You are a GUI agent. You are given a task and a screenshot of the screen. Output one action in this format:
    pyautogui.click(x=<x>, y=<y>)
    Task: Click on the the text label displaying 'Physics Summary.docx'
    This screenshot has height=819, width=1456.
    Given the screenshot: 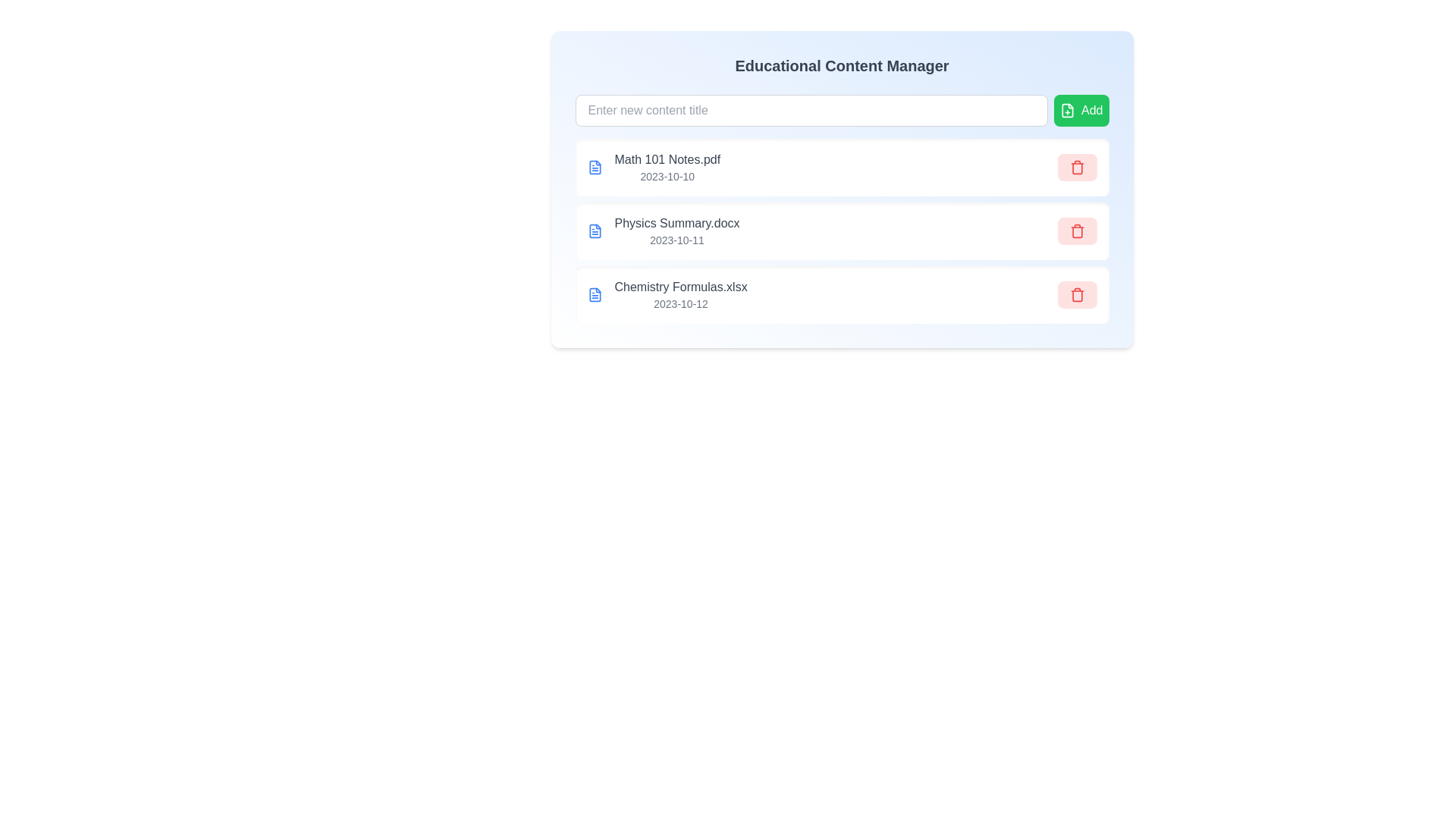 What is the action you would take?
    pyautogui.click(x=676, y=231)
    